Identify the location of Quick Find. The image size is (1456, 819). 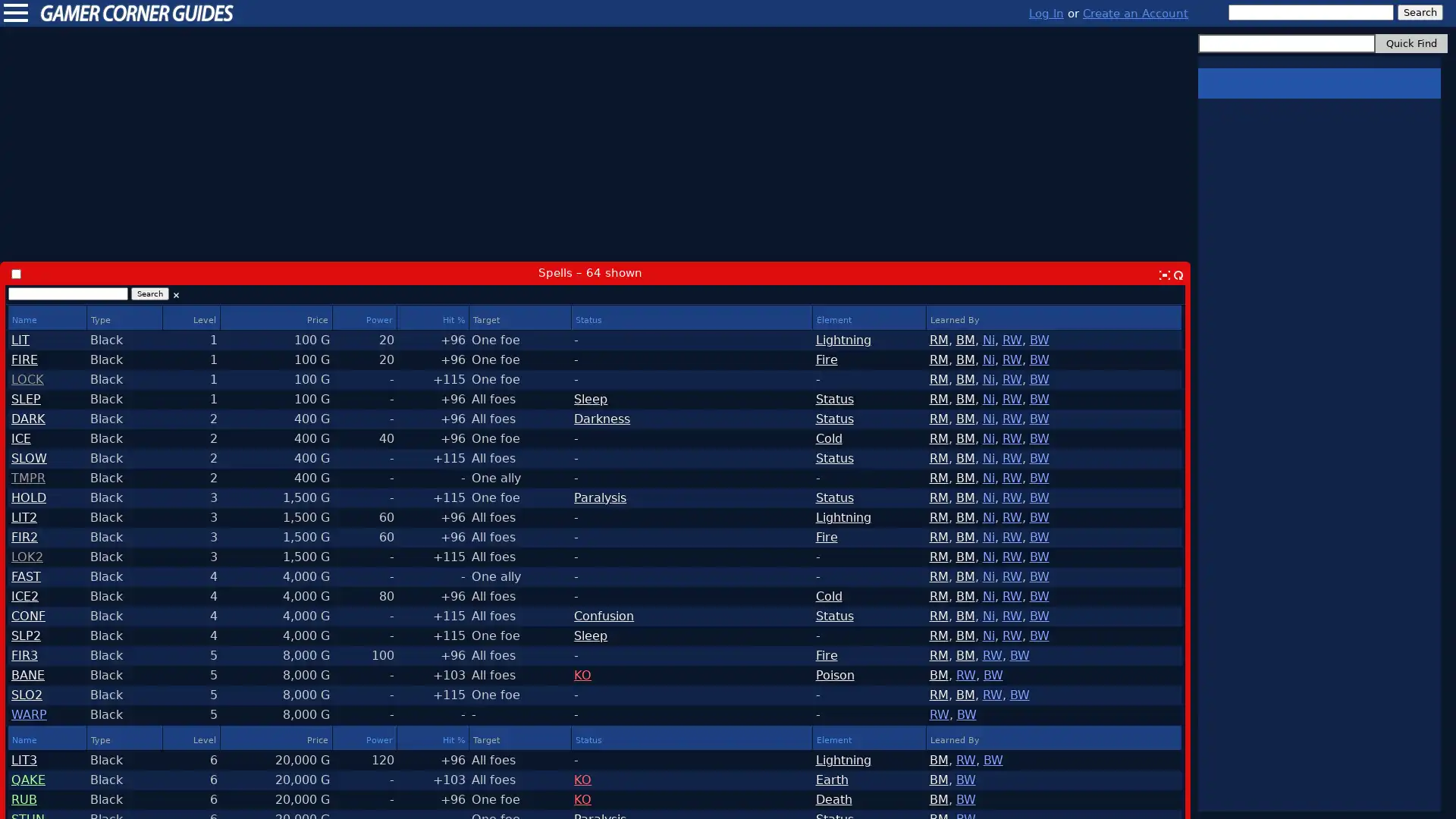
(1410, 42).